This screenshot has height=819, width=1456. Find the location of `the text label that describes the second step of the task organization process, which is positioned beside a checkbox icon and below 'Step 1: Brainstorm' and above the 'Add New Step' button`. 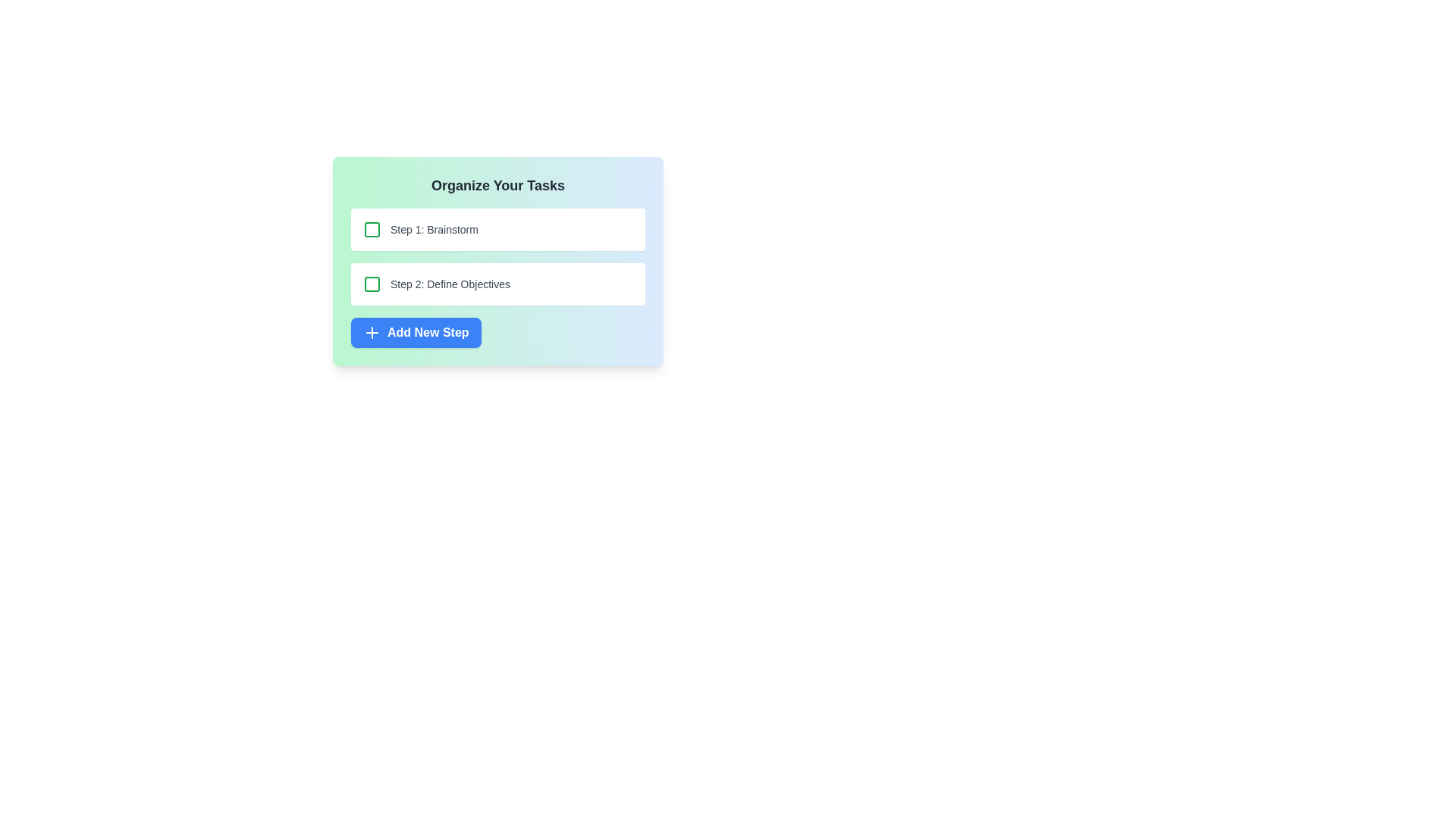

the text label that describes the second step of the task organization process, which is positioned beside a checkbox icon and below 'Step 1: Brainstorm' and above the 'Add New Step' button is located at coordinates (450, 284).